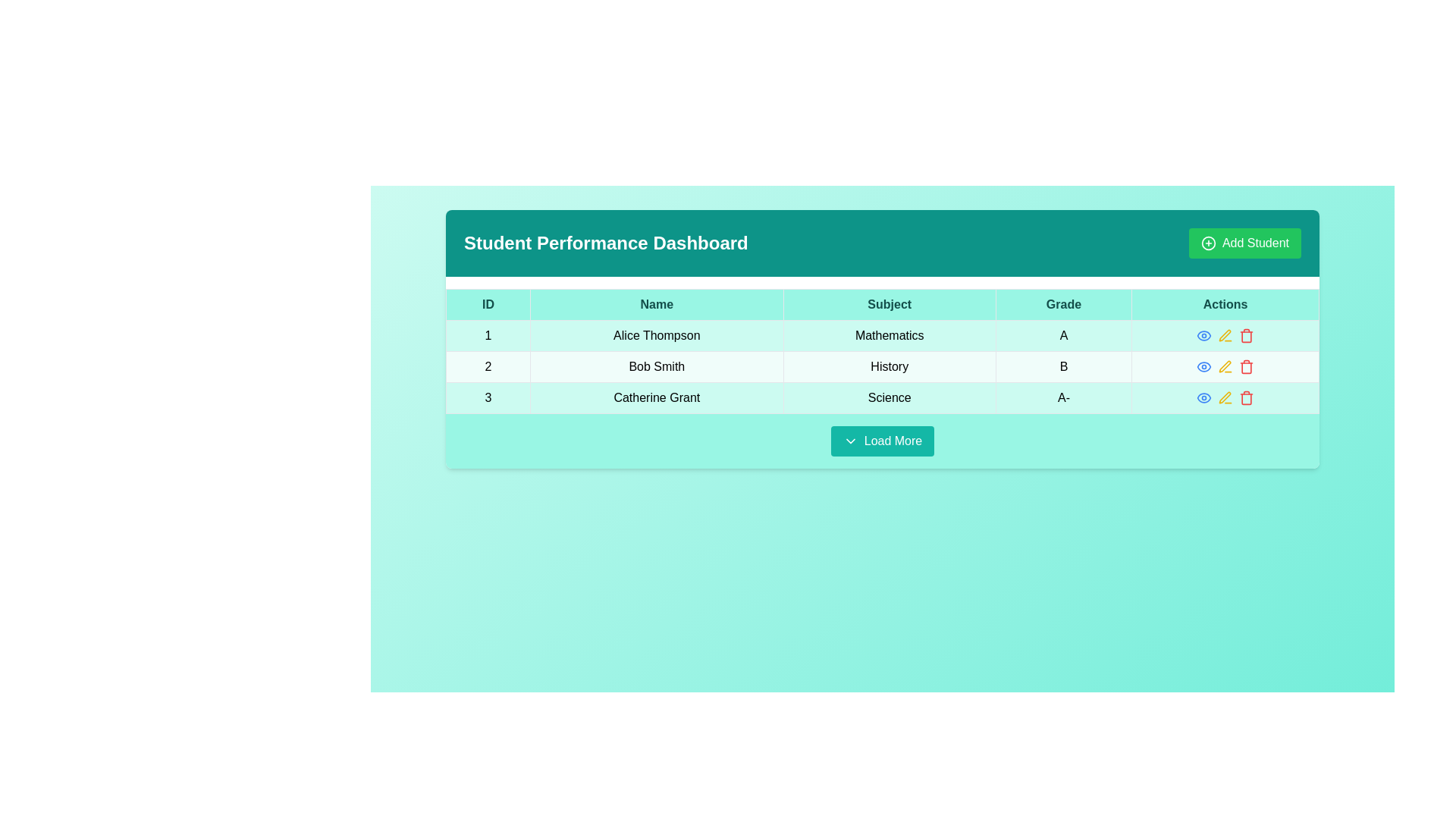 This screenshot has width=1456, height=819. I want to click on the student name label located in the second column of the second row of the table, which is adjacent to the ID column on the left and the Subject column on the right, so click(657, 366).